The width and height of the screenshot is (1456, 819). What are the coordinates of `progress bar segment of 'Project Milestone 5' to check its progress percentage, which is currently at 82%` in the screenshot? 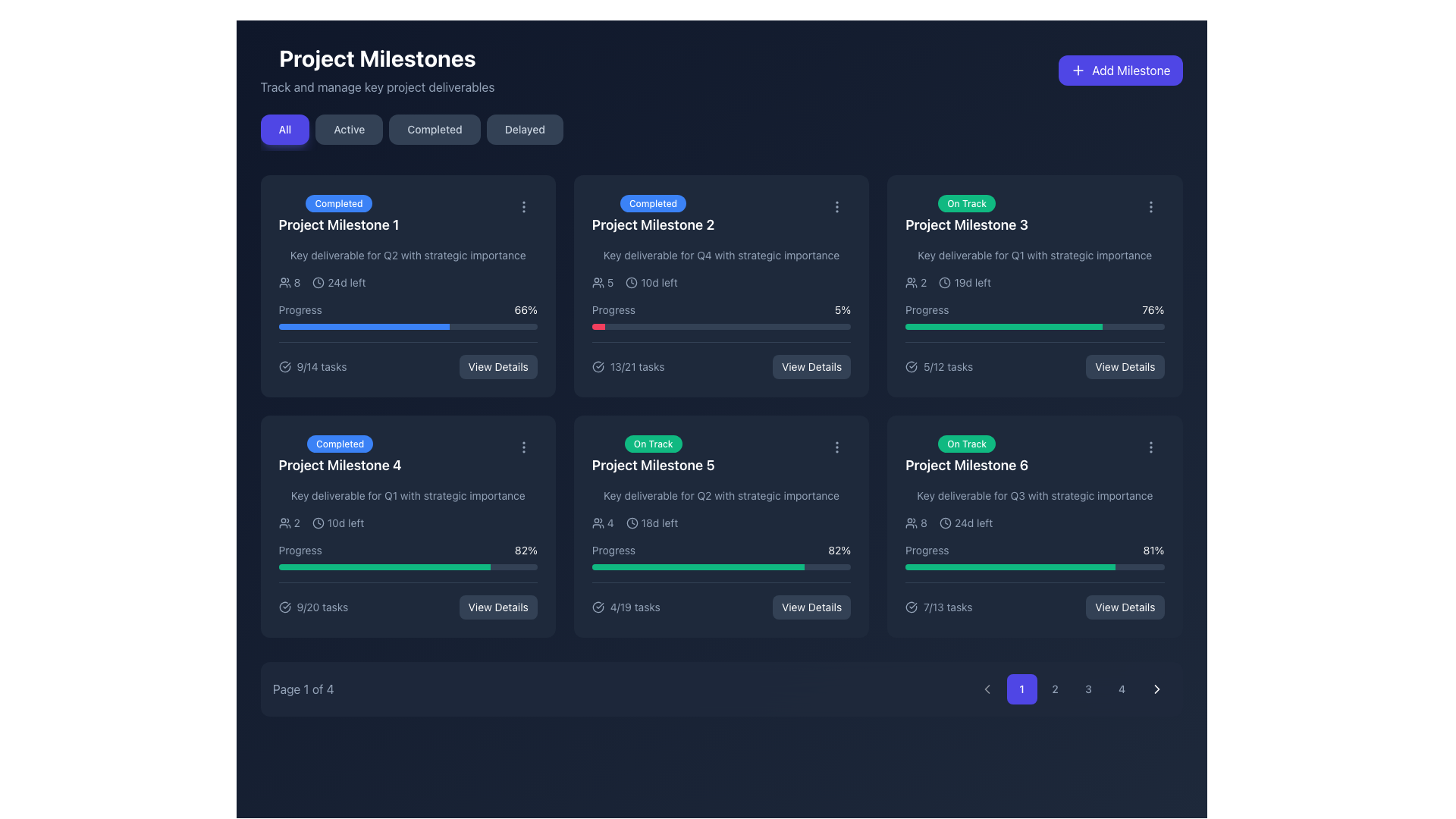 It's located at (697, 567).